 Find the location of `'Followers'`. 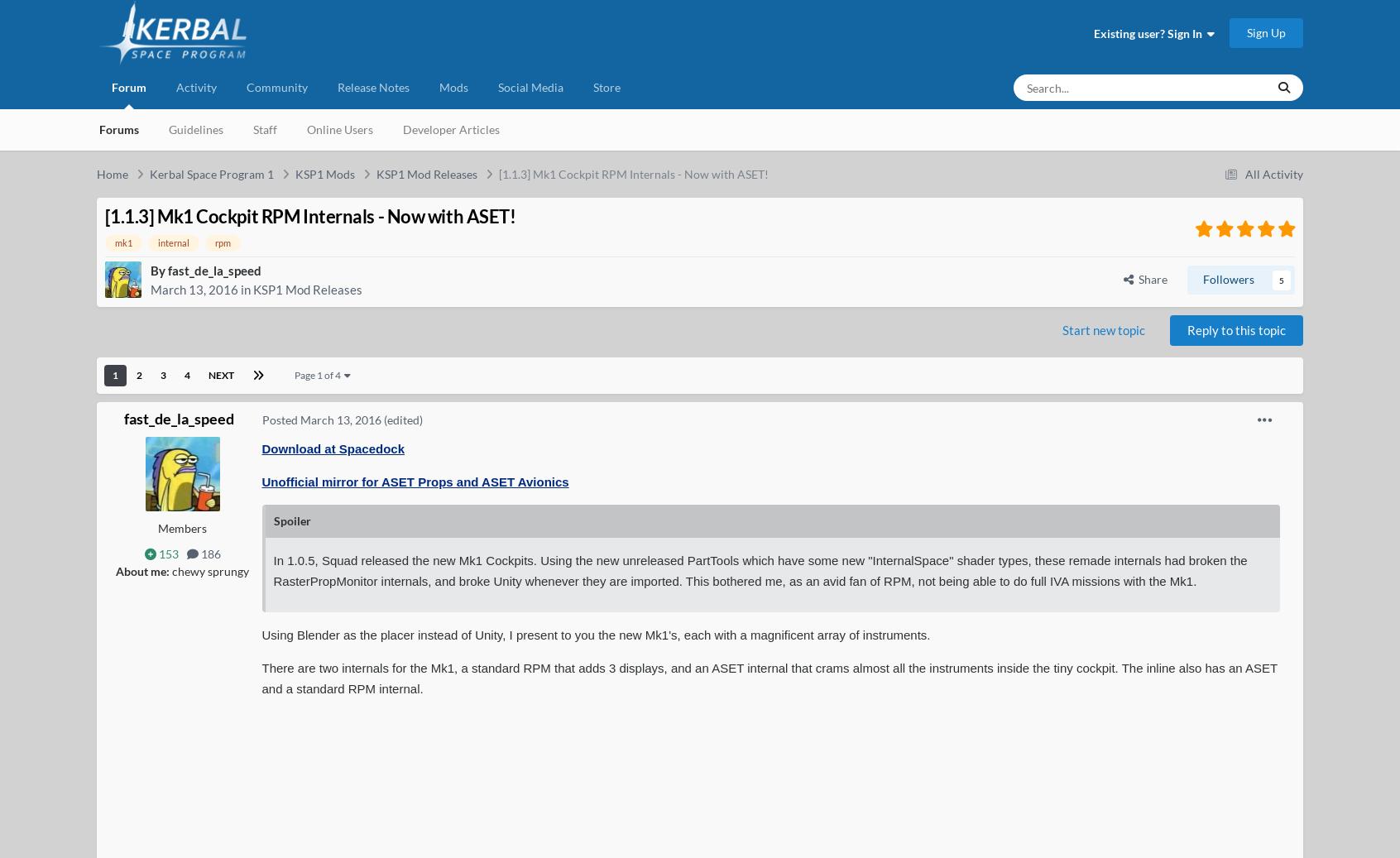

'Followers' is located at coordinates (1229, 278).